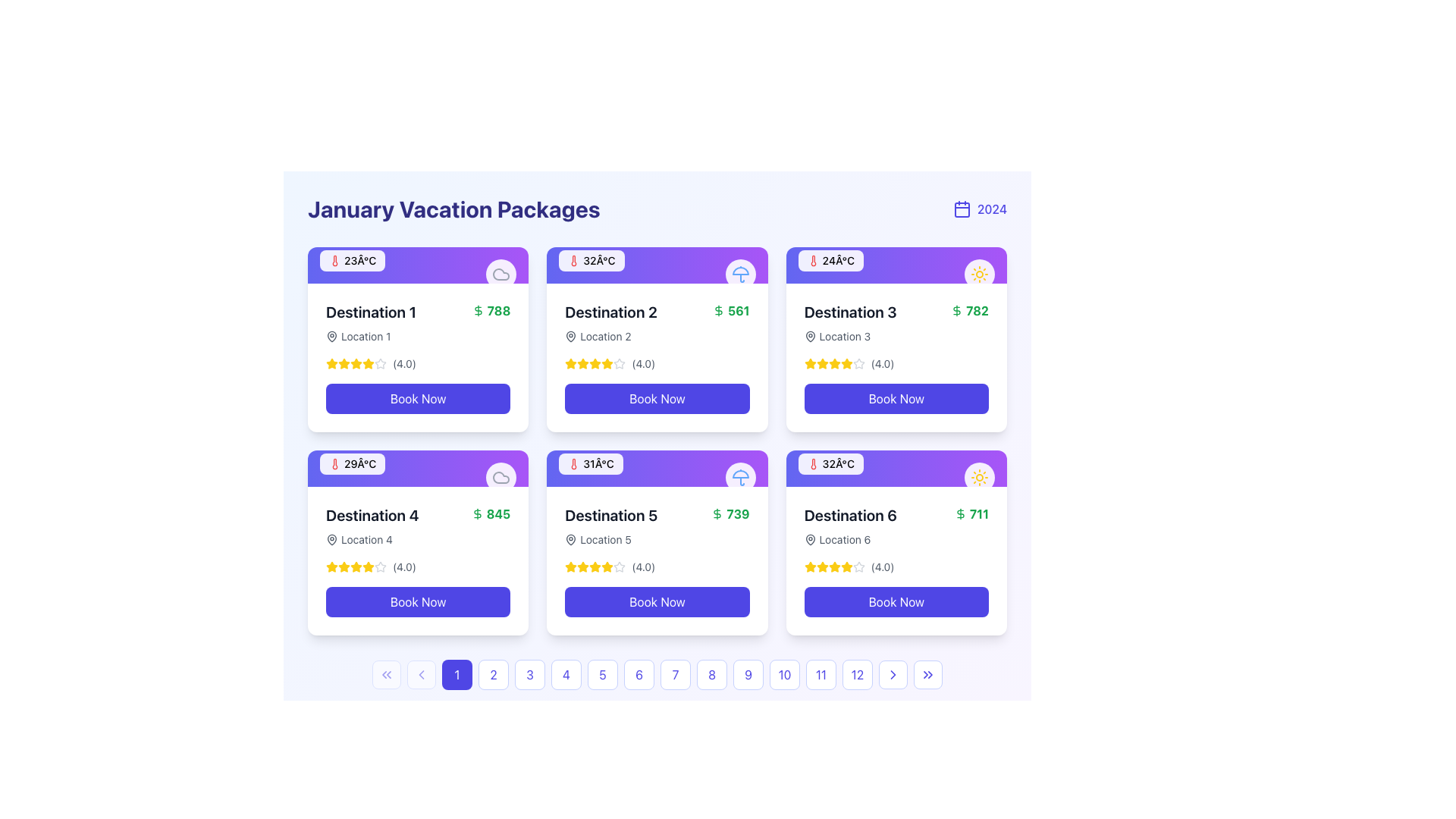 The height and width of the screenshot is (819, 1456). What do you see at coordinates (344, 363) in the screenshot?
I see `the second star icon in the 5-star rating display system` at bounding box center [344, 363].